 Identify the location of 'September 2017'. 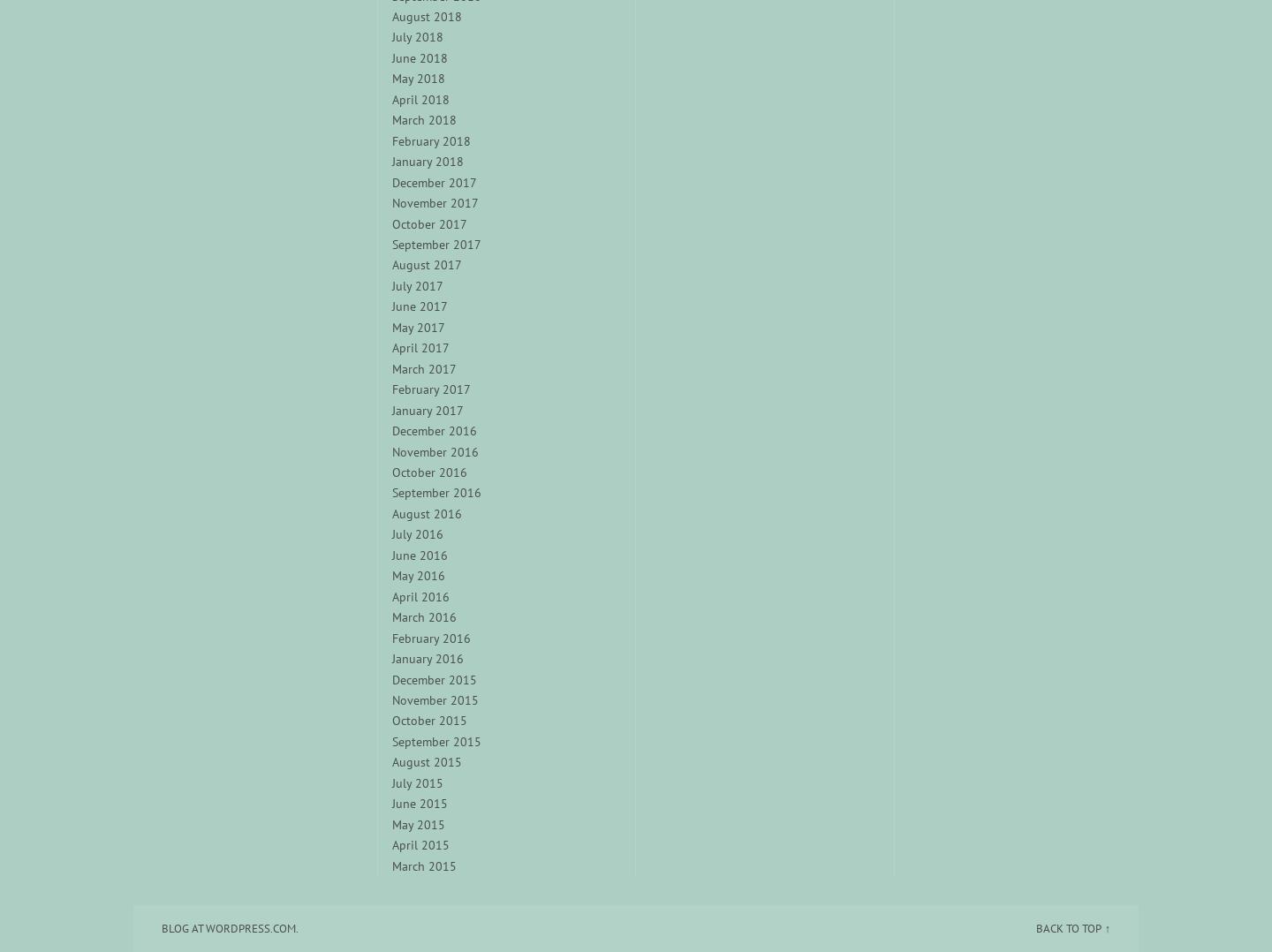
(435, 245).